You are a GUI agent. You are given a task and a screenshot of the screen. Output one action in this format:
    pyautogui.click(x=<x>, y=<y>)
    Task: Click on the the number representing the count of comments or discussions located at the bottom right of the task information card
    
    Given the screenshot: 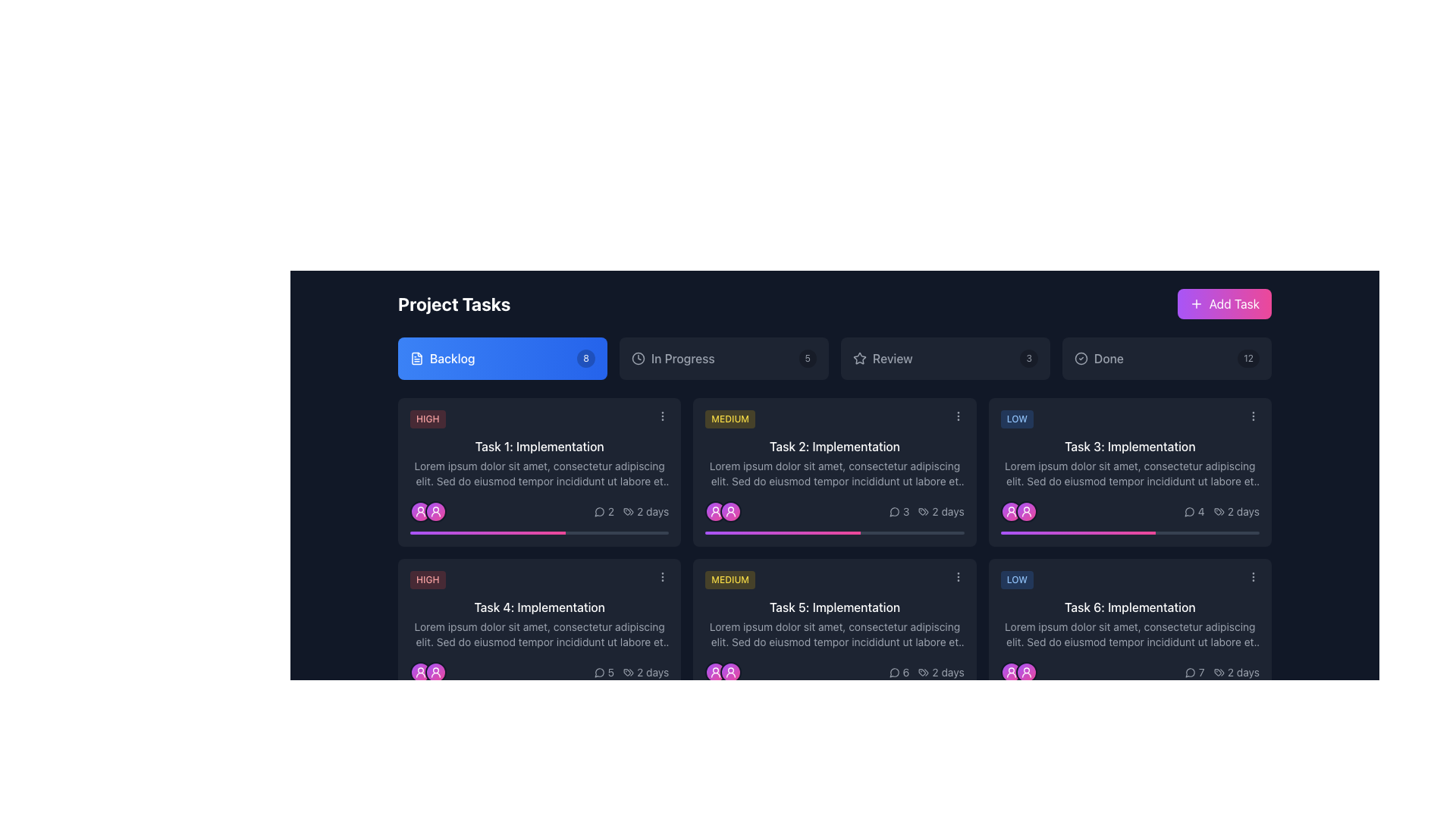 What is the action you would take?
    pyautogui.click(x=610, y=512)
    